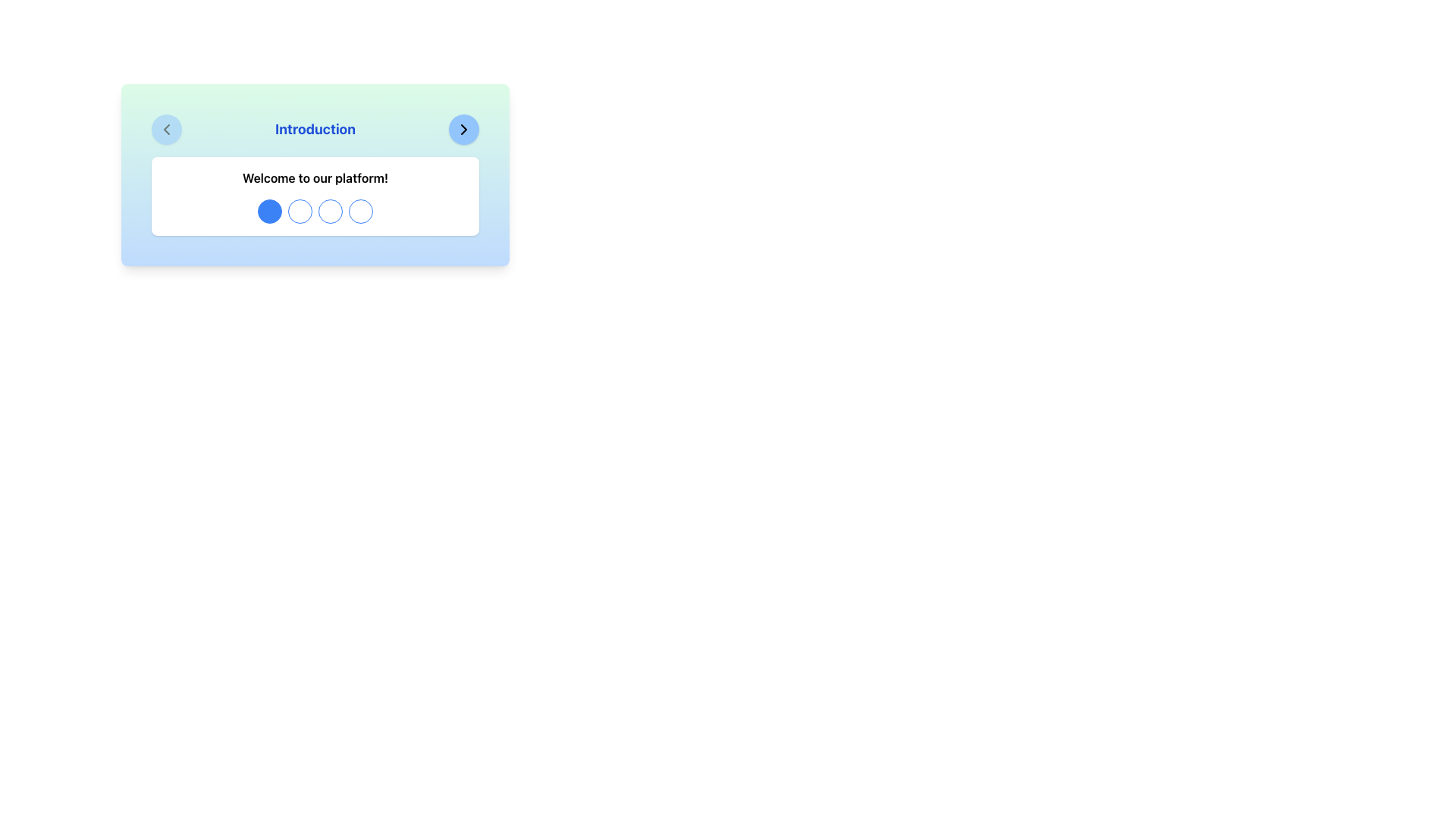  What do you see at coordinates (167, 128) in the screenshot?
I see `the circular blue button with a left-pointing chevron icon located in the top-left corner of the 'Introduction' section` at bounding box center [167, 128].